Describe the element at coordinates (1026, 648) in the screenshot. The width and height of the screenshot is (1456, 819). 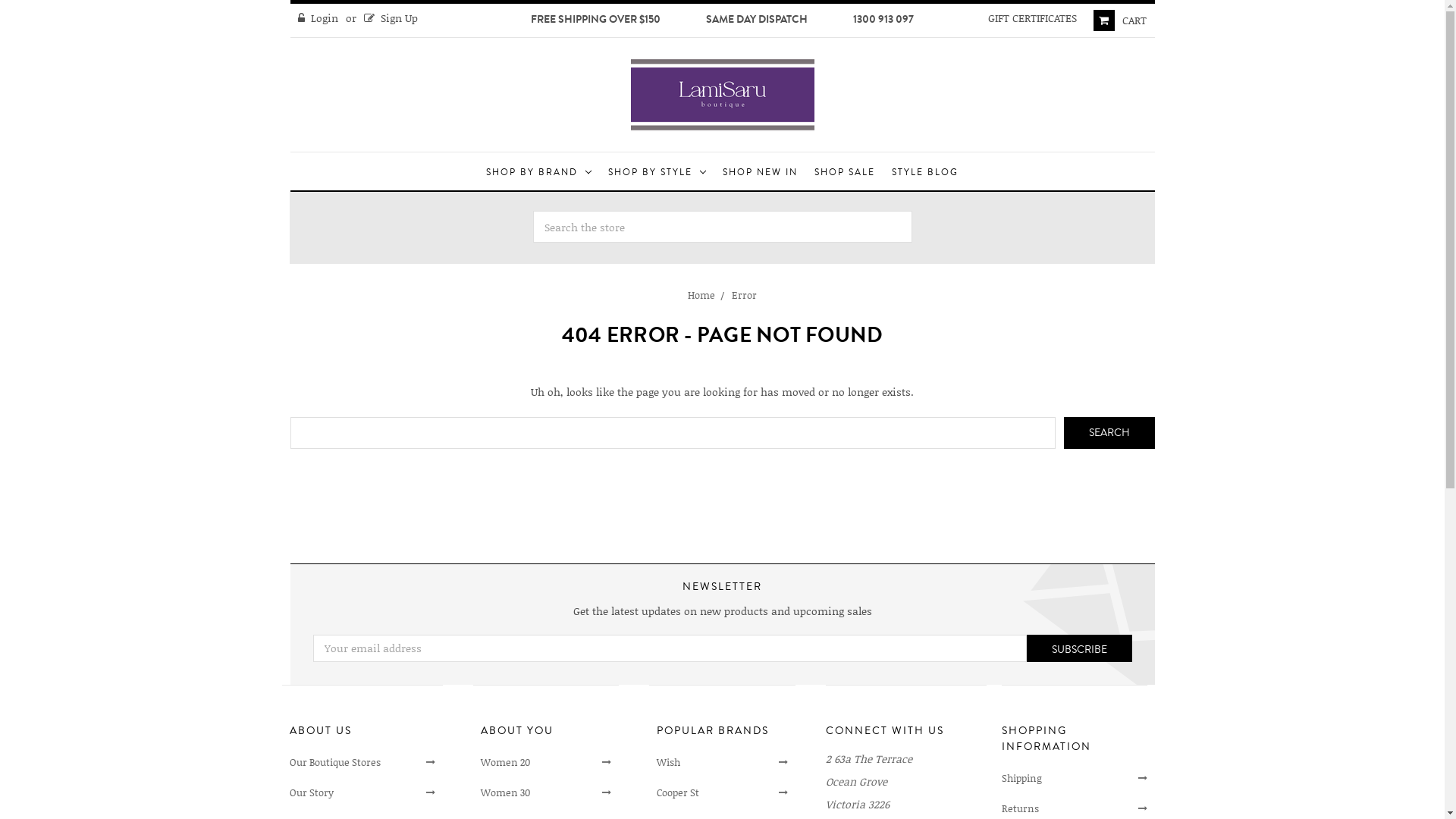
I see `'Subscribe'` at that location.